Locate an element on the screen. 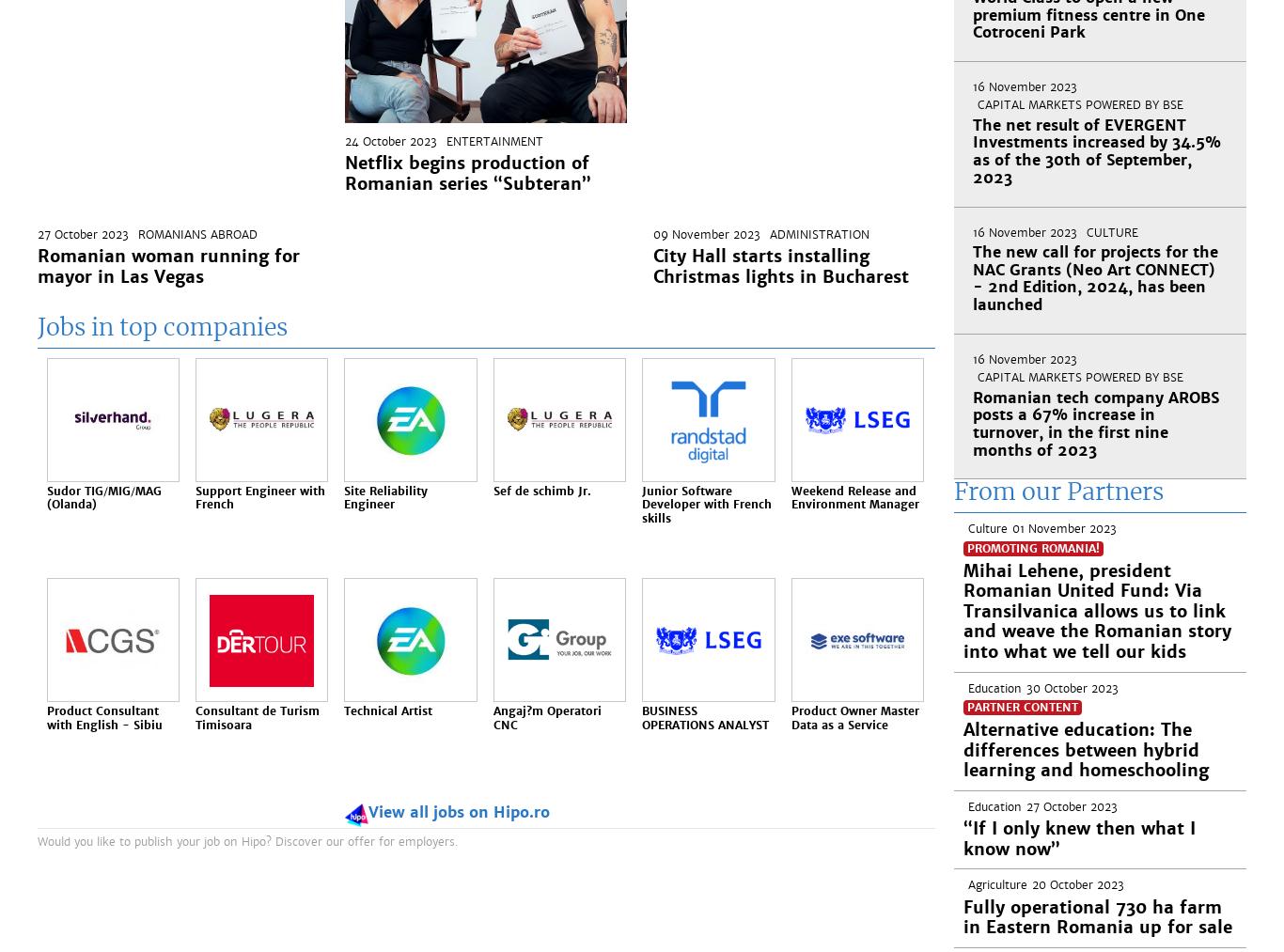 The height and width of the screenshot is (952, 1284). '30 October 2023' is located at coordinates (1072, 687).